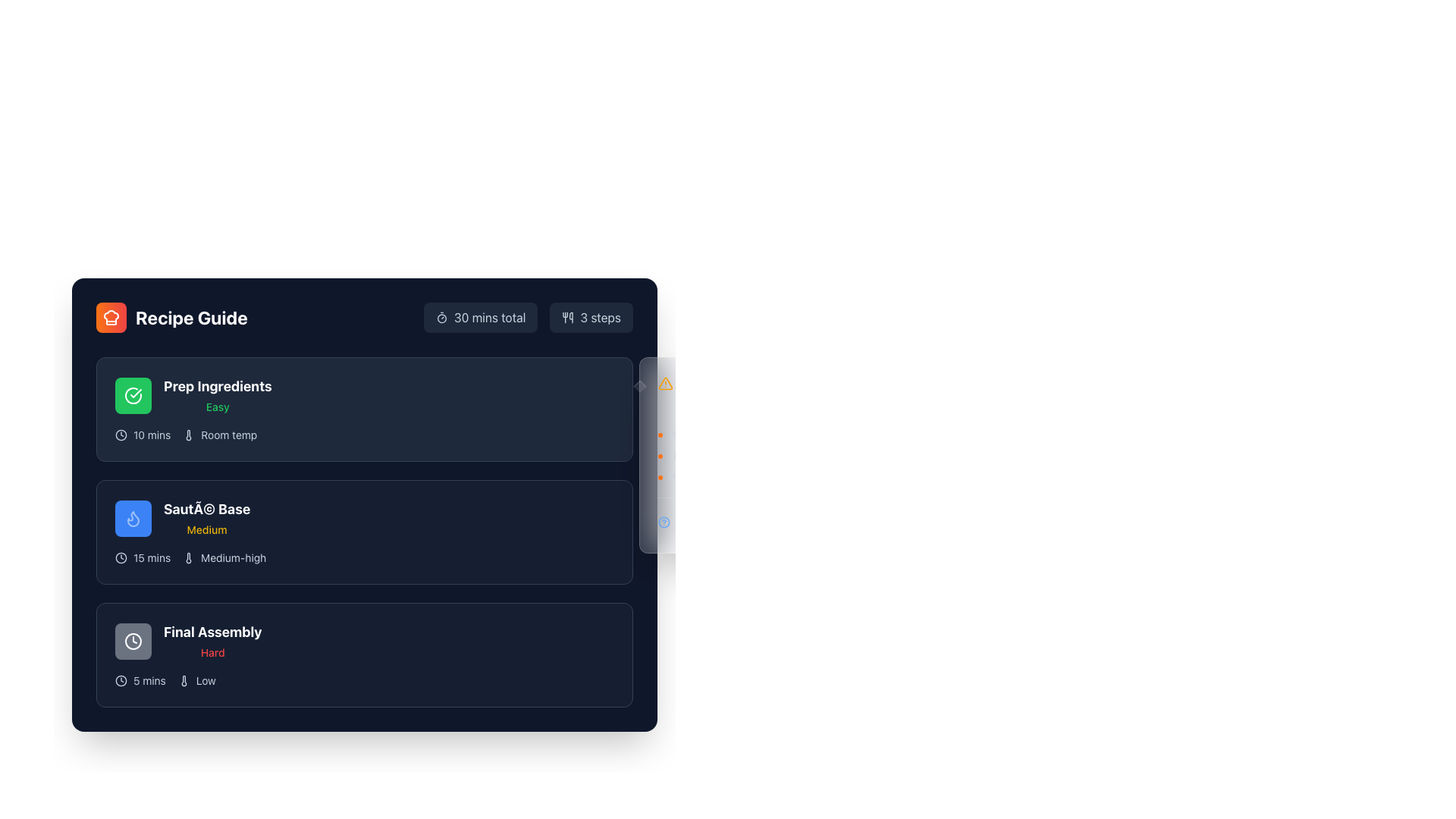 The height and width of the screenshot is (819, 1456). What do you see at coordinates (143, 558) in the screenshot?
I see `the informational label displaying '15 mins' with a clock icon, located in the second section under 'Sauté Base'` at bounding box center [143, 558].